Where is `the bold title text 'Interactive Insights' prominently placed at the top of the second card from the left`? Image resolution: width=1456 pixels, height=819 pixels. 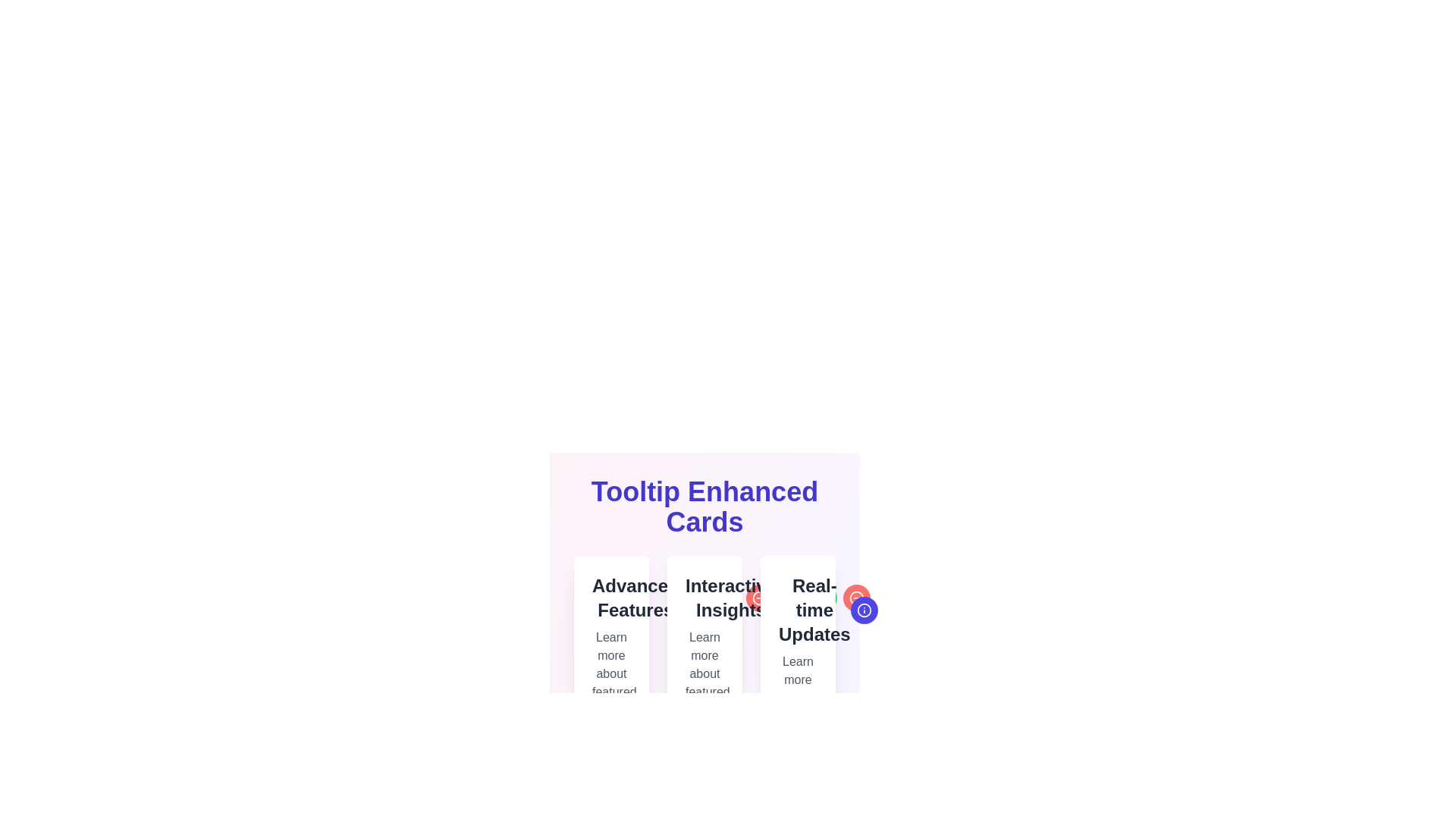 the bold title text 'Interactive Insights' prominently placed at the top of the second card from the left is located at coordinates (704, 598).